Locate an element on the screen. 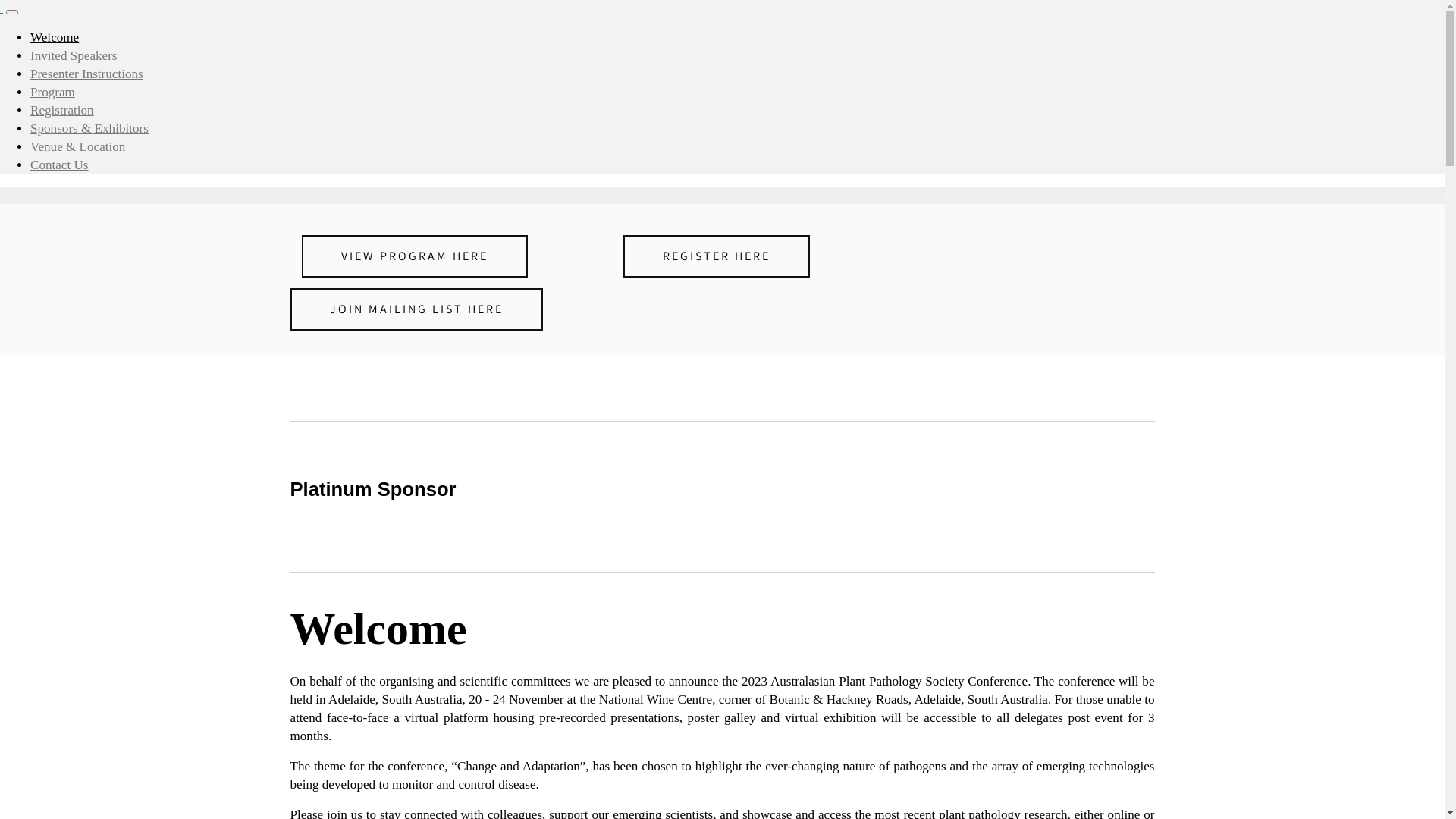 This screenshot has width=1456, height=819. 'VIEW PROGRAM HERE' is located at coordinates (415, 256).